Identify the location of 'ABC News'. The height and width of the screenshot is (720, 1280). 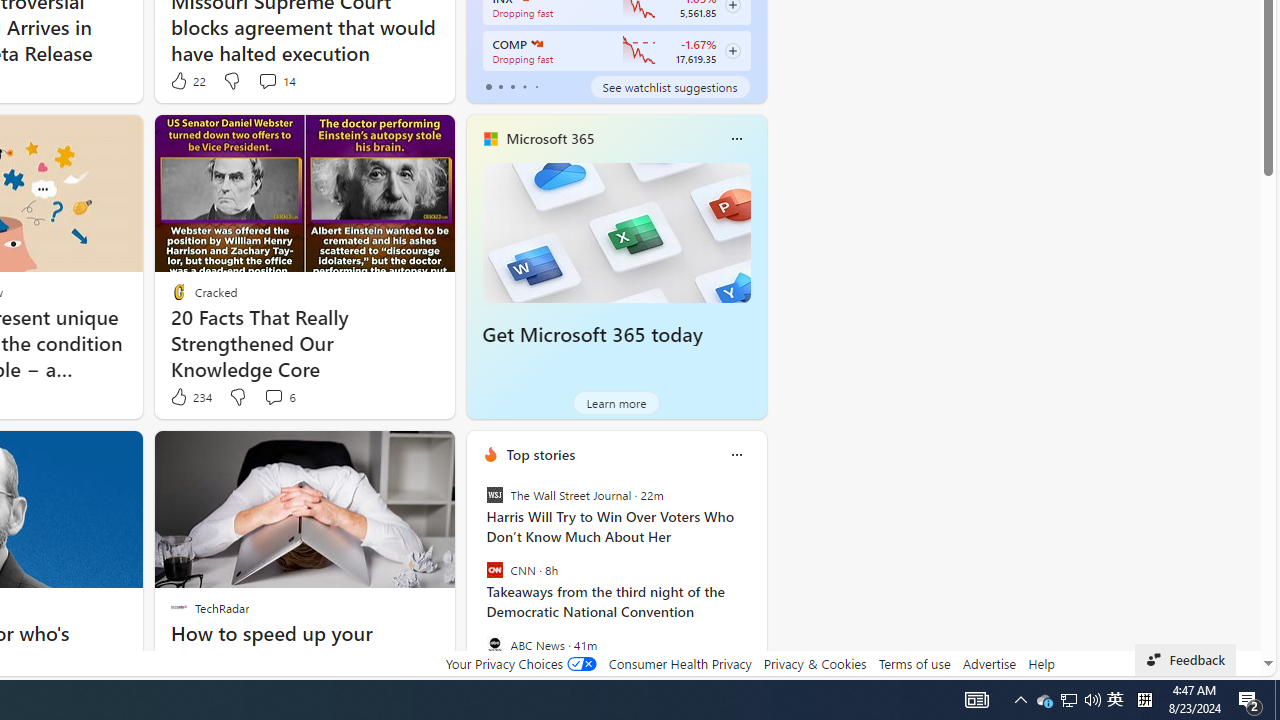
(494, 644).